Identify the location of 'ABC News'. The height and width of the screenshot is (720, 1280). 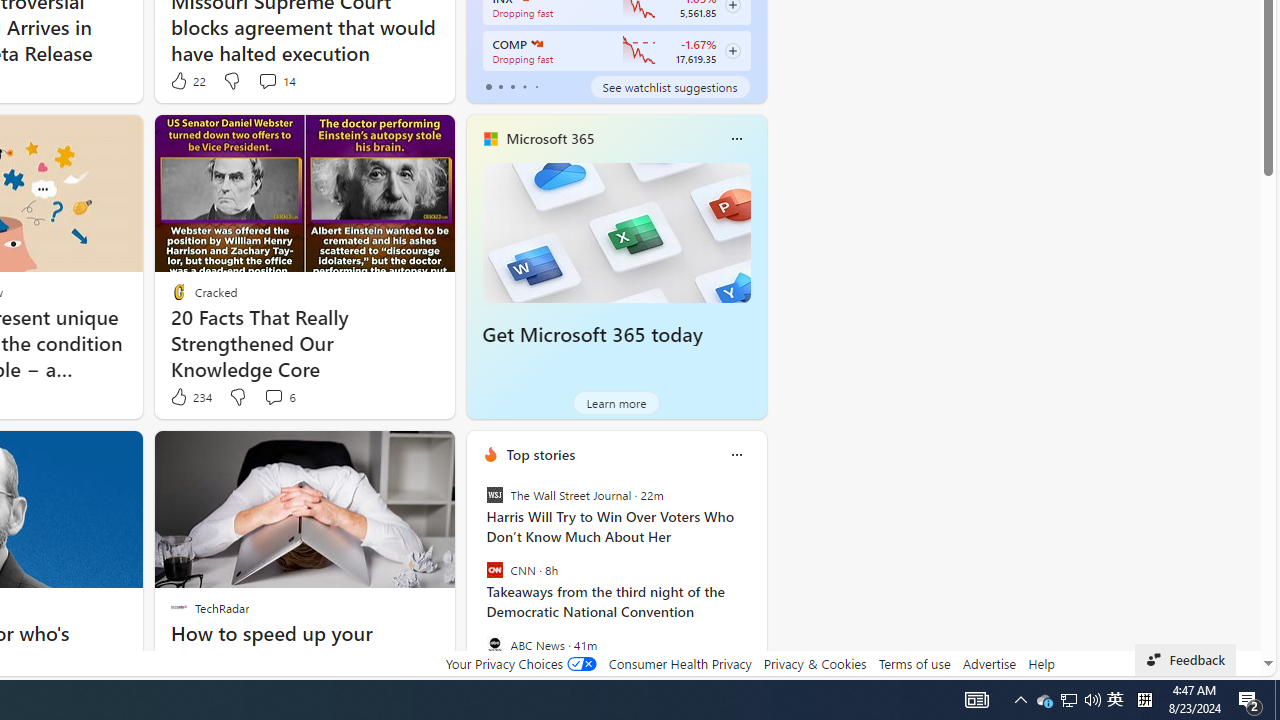
(494, 644).